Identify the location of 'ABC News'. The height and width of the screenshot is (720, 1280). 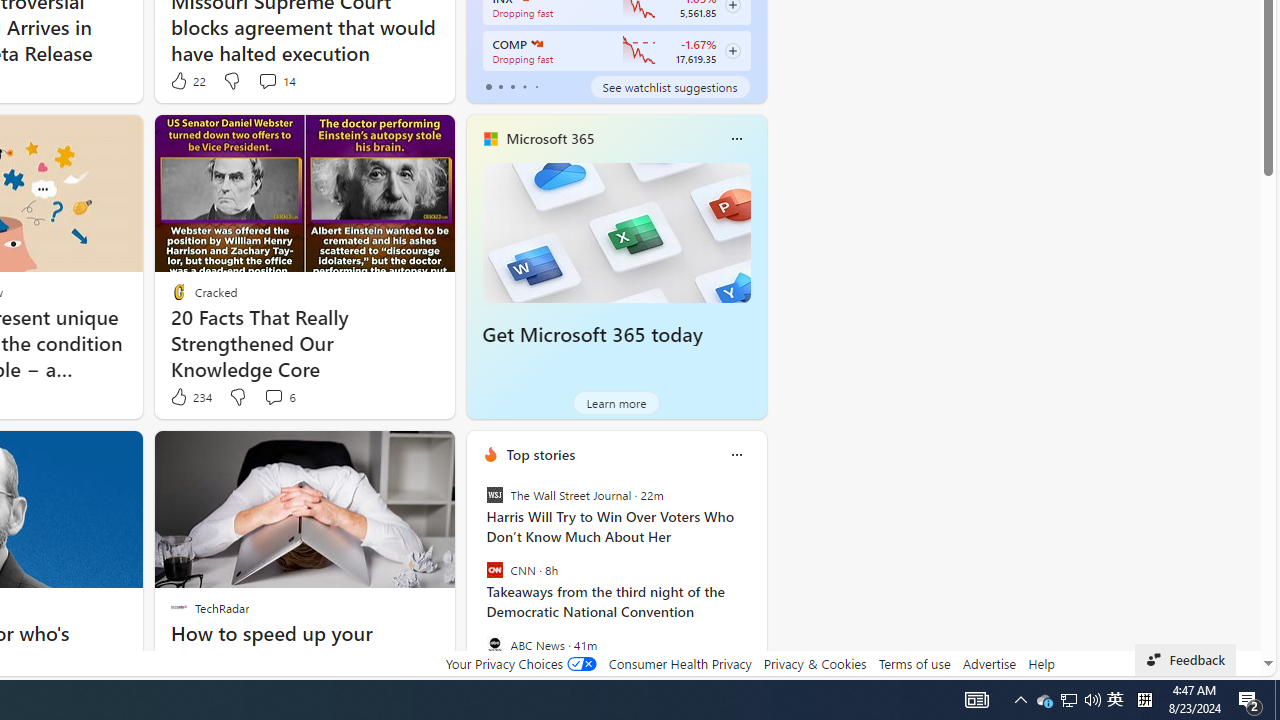
(494, 644).